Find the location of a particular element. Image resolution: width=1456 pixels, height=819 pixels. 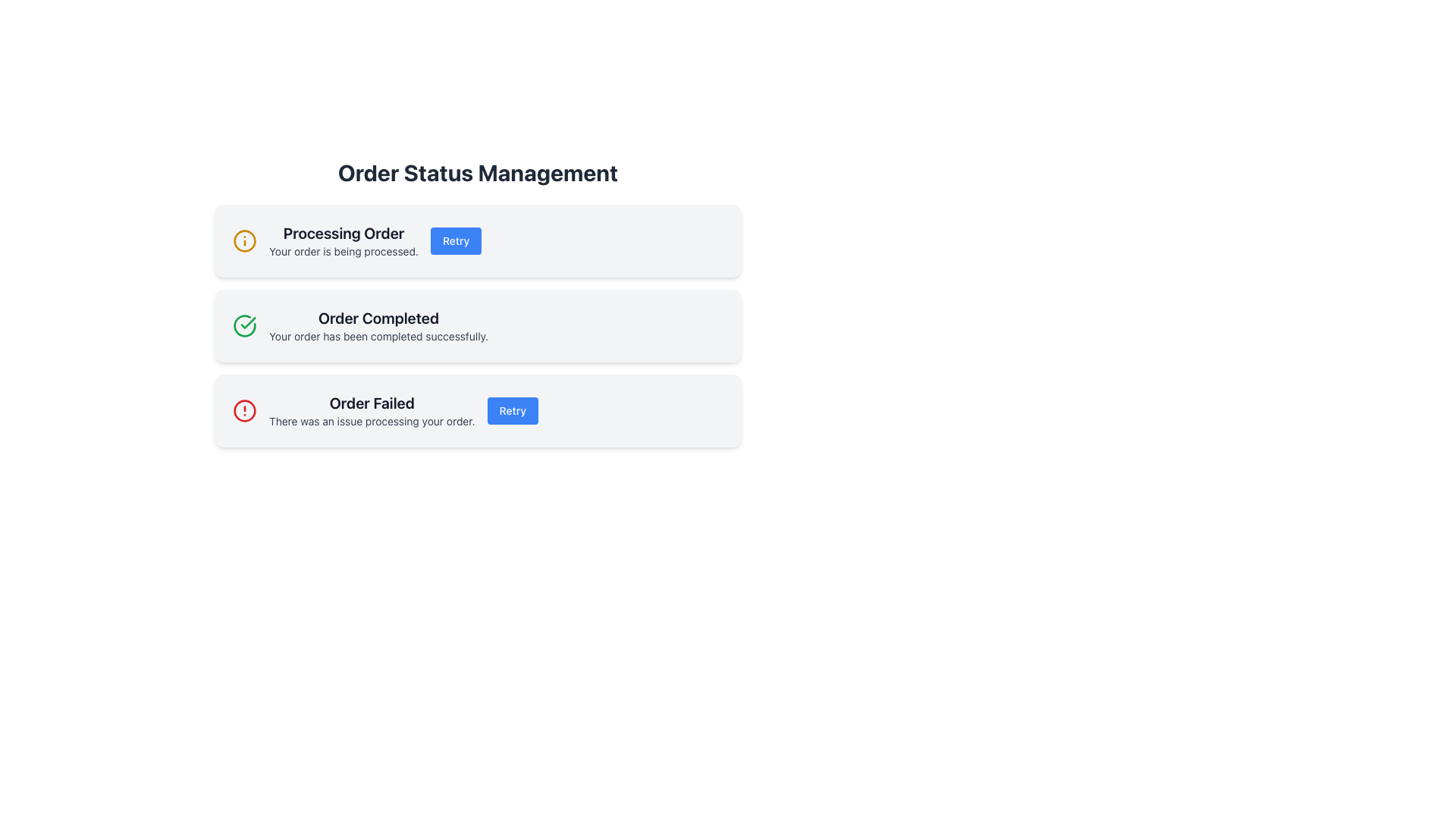

text element that states 'Your order has been completed successfully.' located beneath the title 'Order Completed' in a card layout is located at coordinates (378, 335).